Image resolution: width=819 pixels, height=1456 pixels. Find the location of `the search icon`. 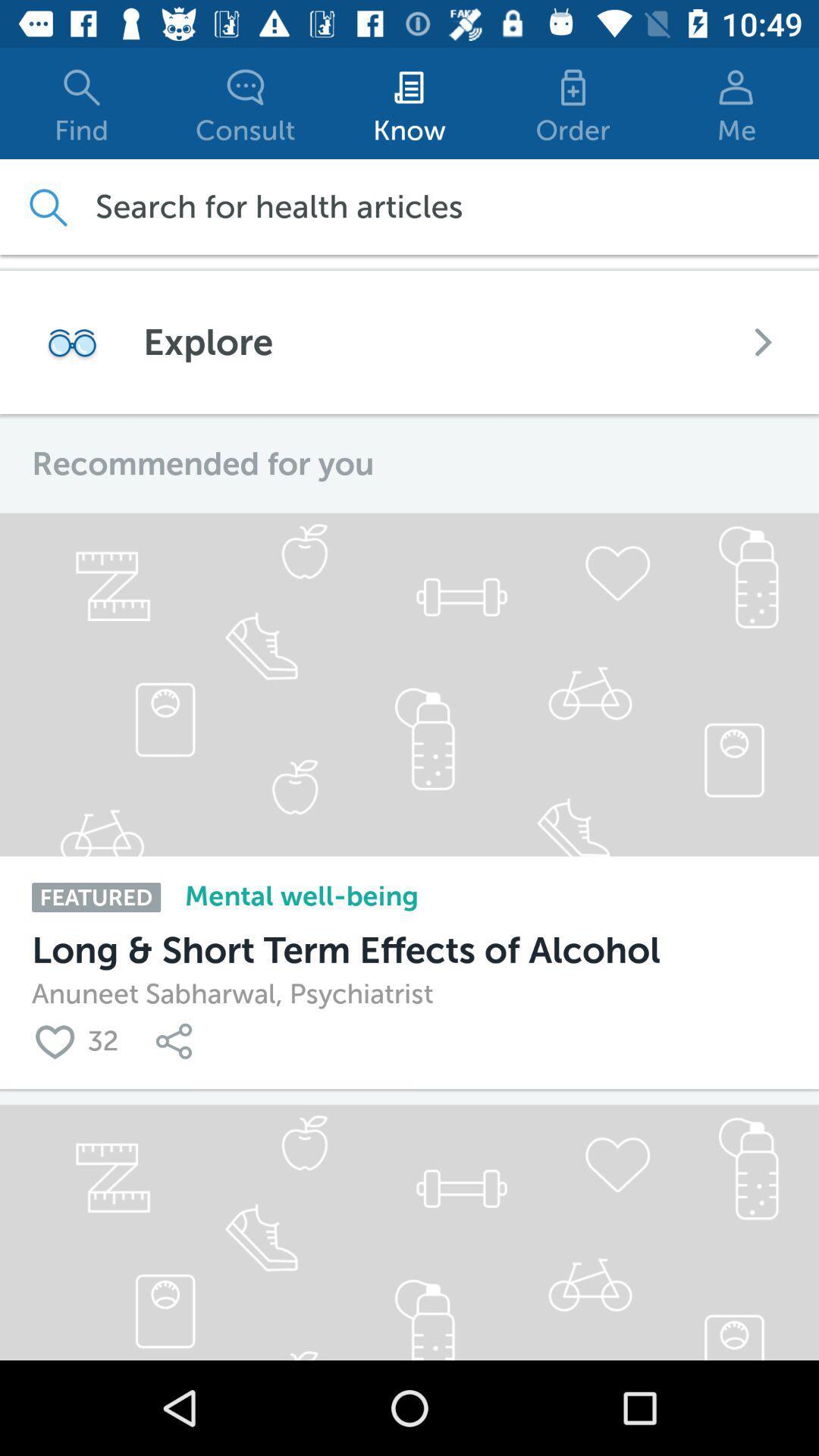

the search icon is located at coordinates (46, 206).